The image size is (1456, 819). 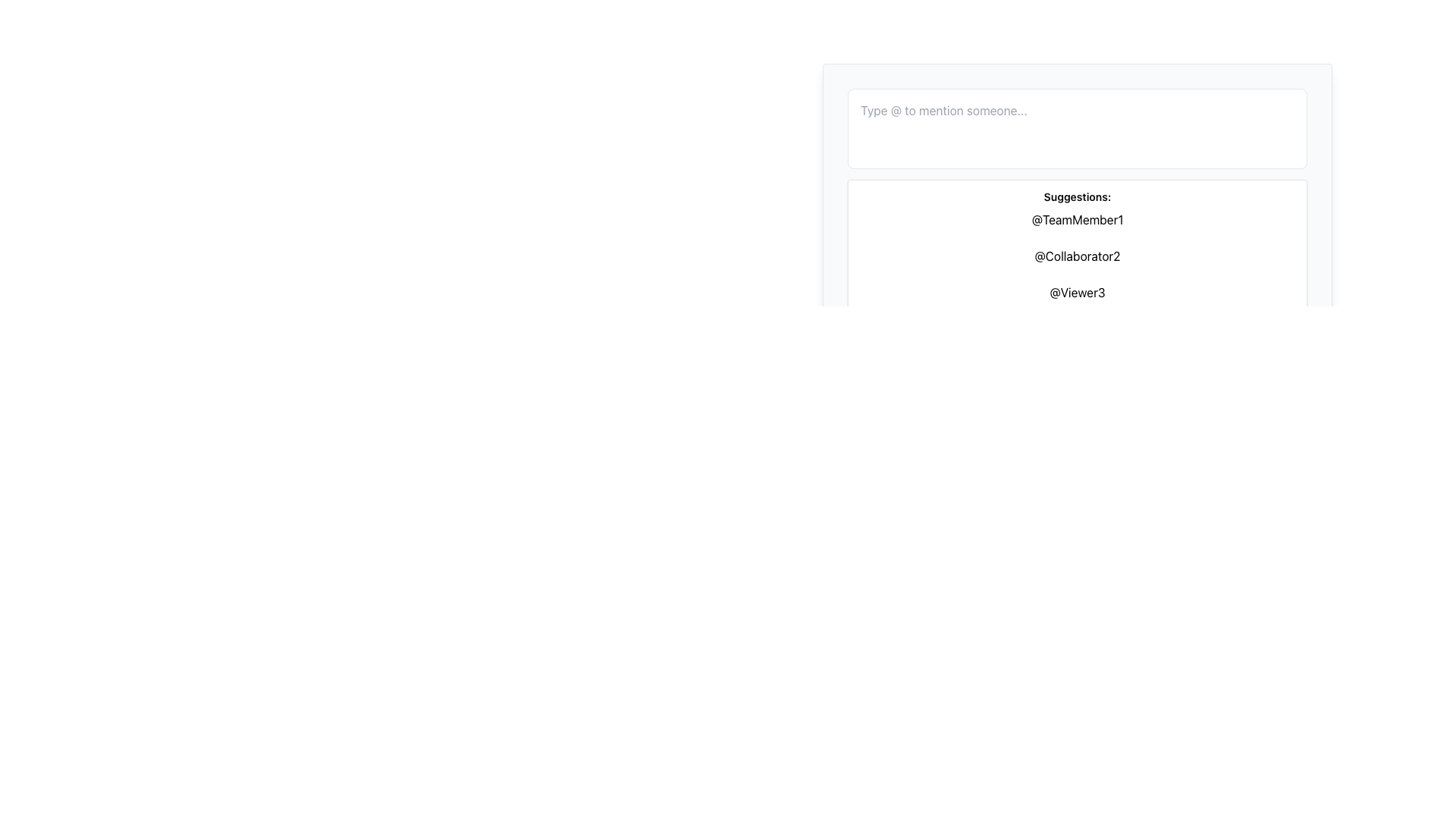 I want to click on the selectable list item displaying the text '@Viewer3', so click(x=1076, y=292).